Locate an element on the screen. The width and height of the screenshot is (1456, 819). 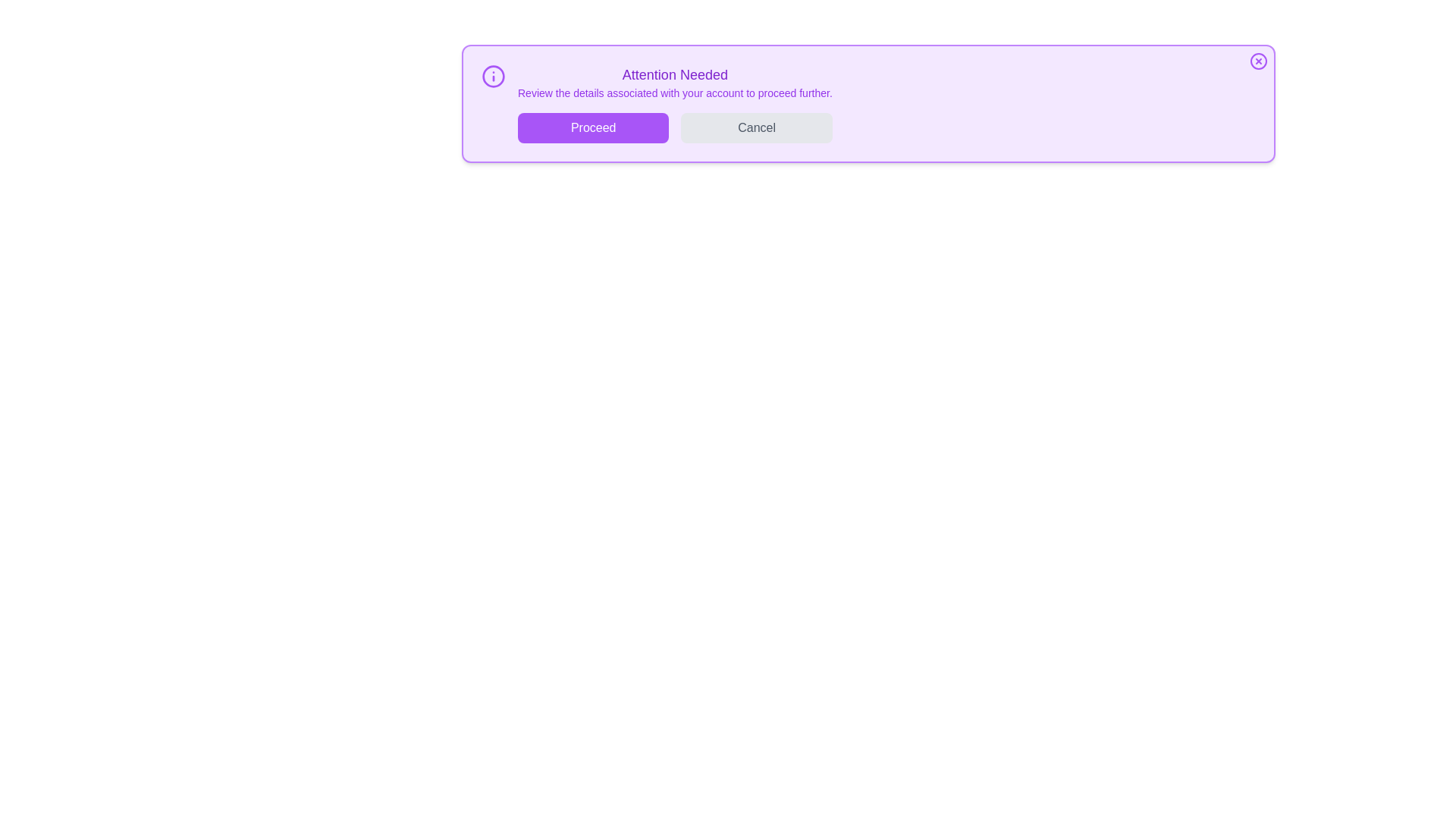
'Proceed' button to proceed with the action is located at coordinates (592, 127).